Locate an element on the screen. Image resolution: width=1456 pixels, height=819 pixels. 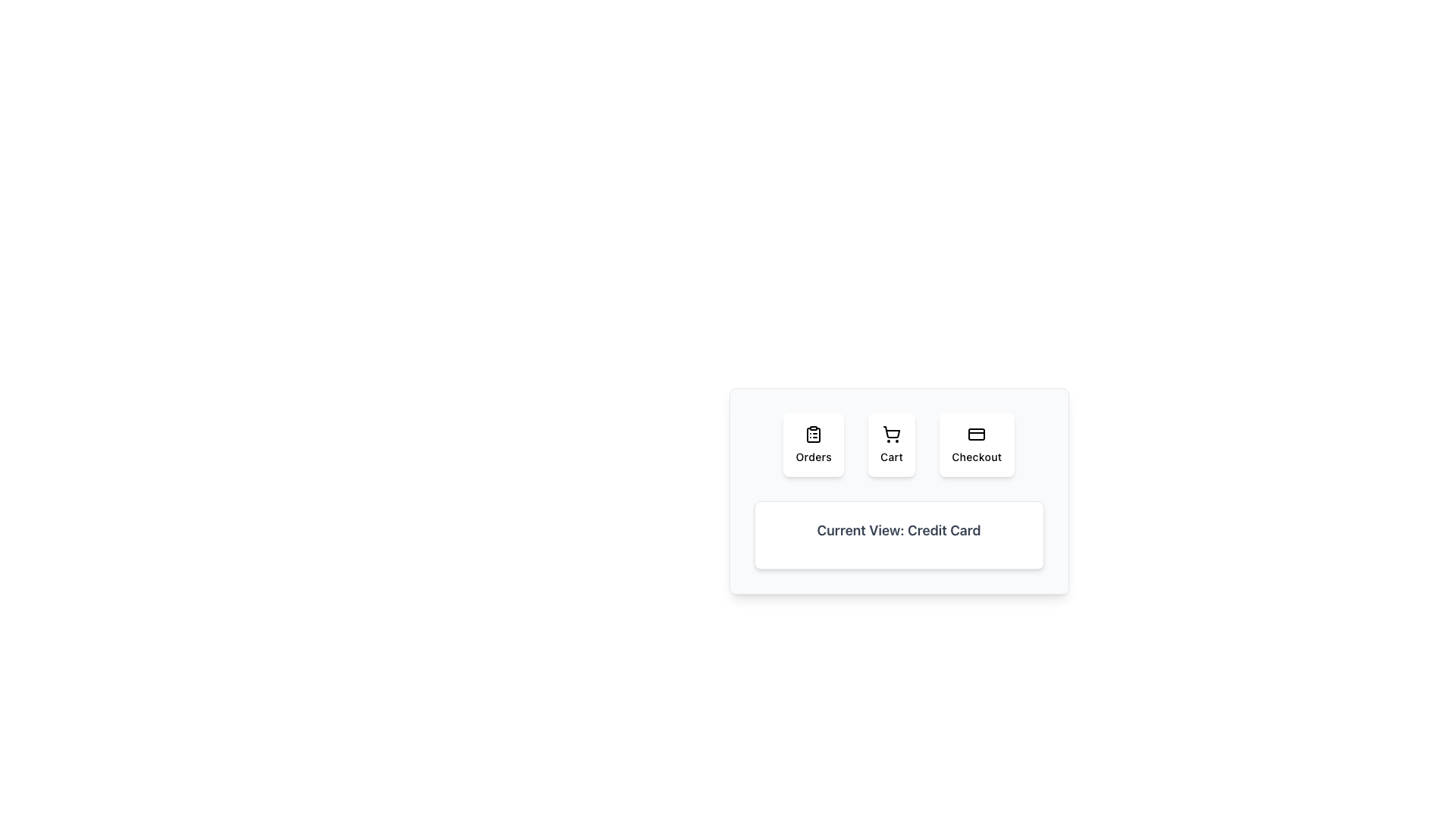
the shopping cart icon that represents the 'Cart' section, which is centered within a white card labeled 'Cart' in a three-card layout is located at coordinates (892, 435).